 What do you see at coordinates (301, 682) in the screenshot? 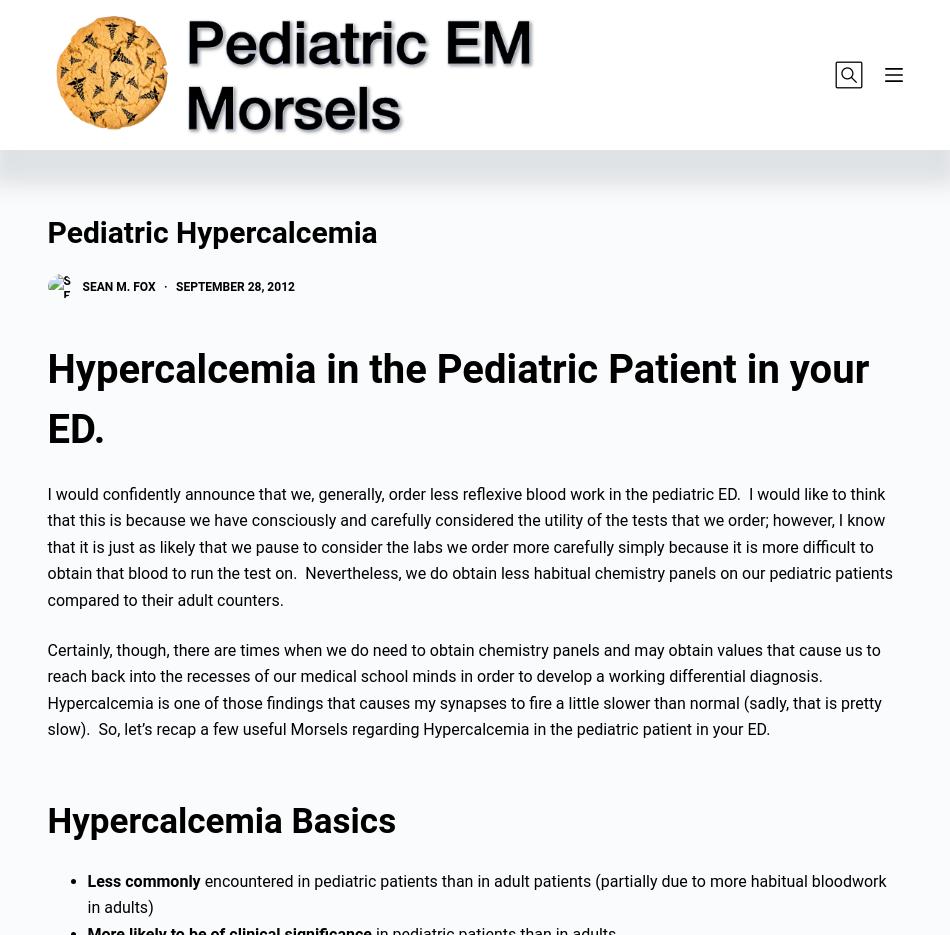
I see `'Disclaimer'` at bounding box center [301, 682].